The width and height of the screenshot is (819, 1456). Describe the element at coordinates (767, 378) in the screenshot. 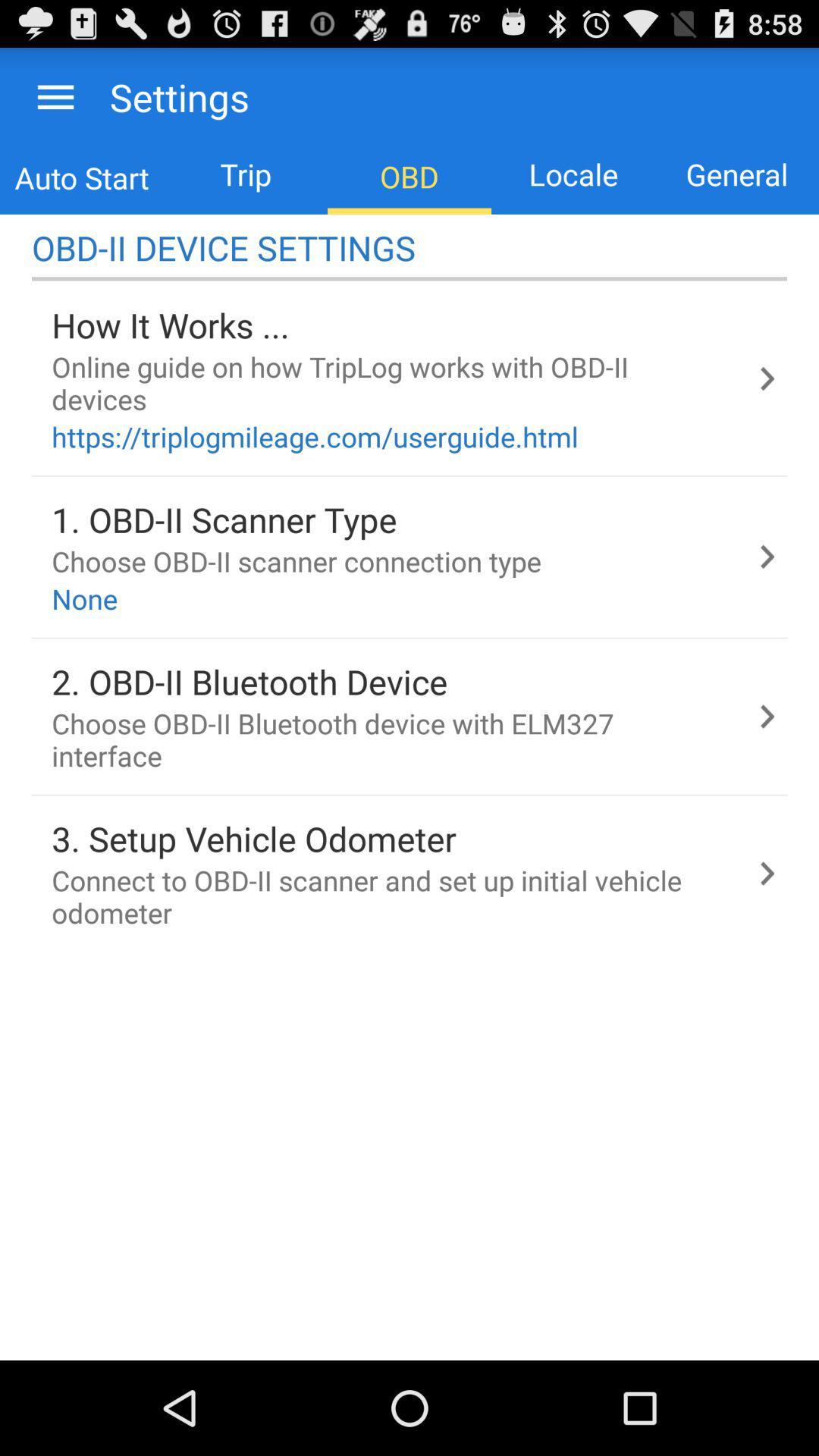

I see `the first next arrow` at that location.